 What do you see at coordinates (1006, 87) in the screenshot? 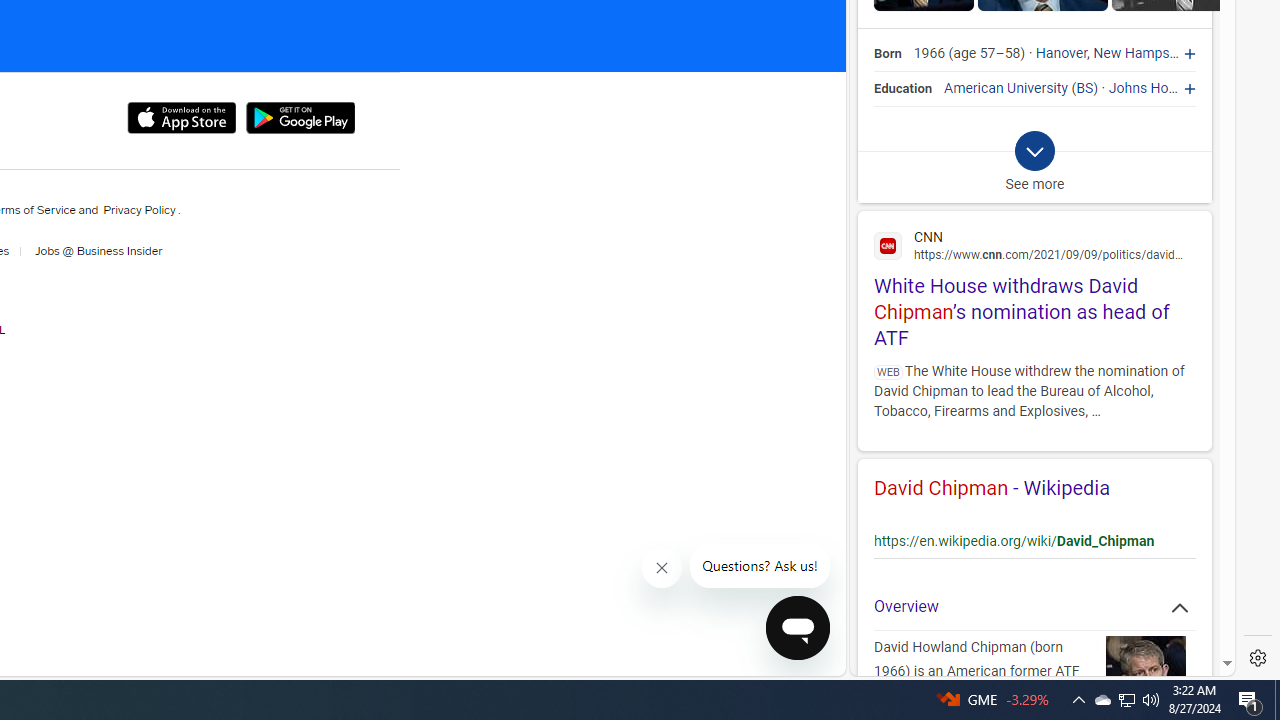
I see `'American University'` at bounding box center [1006, 87].